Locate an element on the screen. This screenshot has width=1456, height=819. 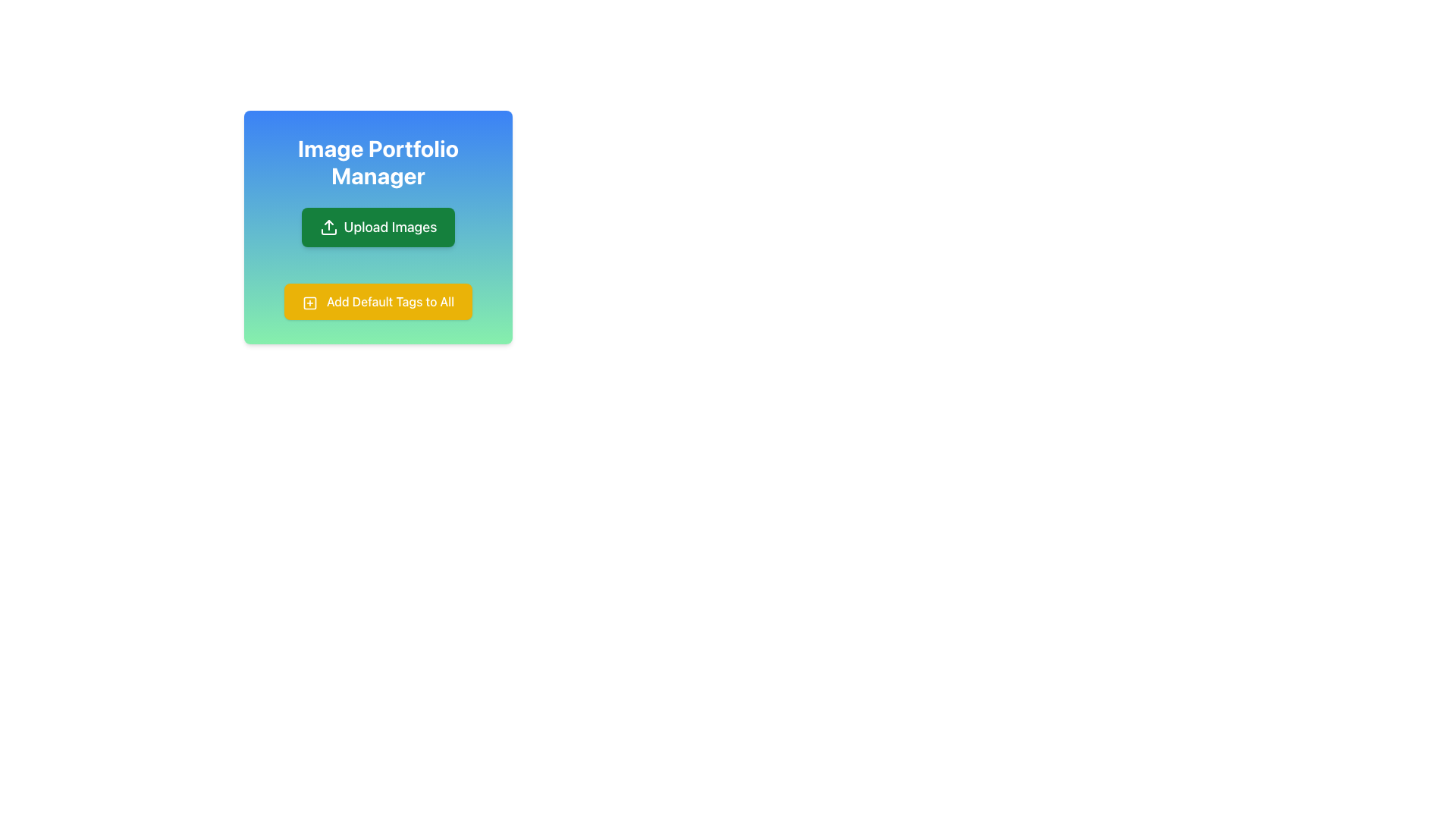
the green 'Upload Images' button with a left-aligned upward arrow icon, positioned below the 'Image Portfolio Manager' title is located at coordinates (378, 227).